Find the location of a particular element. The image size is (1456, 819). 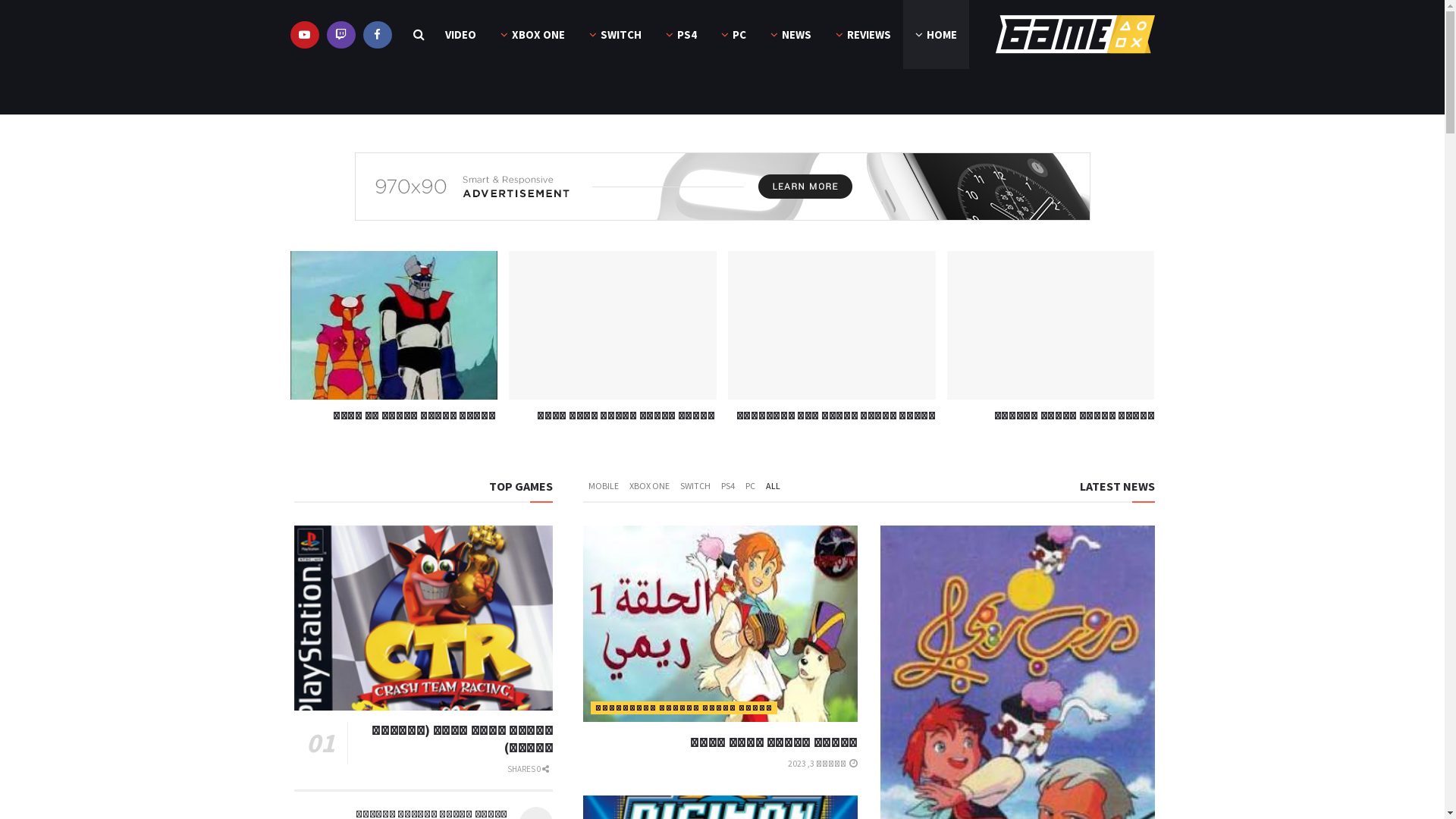

'XBOX ONE' is located at coordinates (532, 34).